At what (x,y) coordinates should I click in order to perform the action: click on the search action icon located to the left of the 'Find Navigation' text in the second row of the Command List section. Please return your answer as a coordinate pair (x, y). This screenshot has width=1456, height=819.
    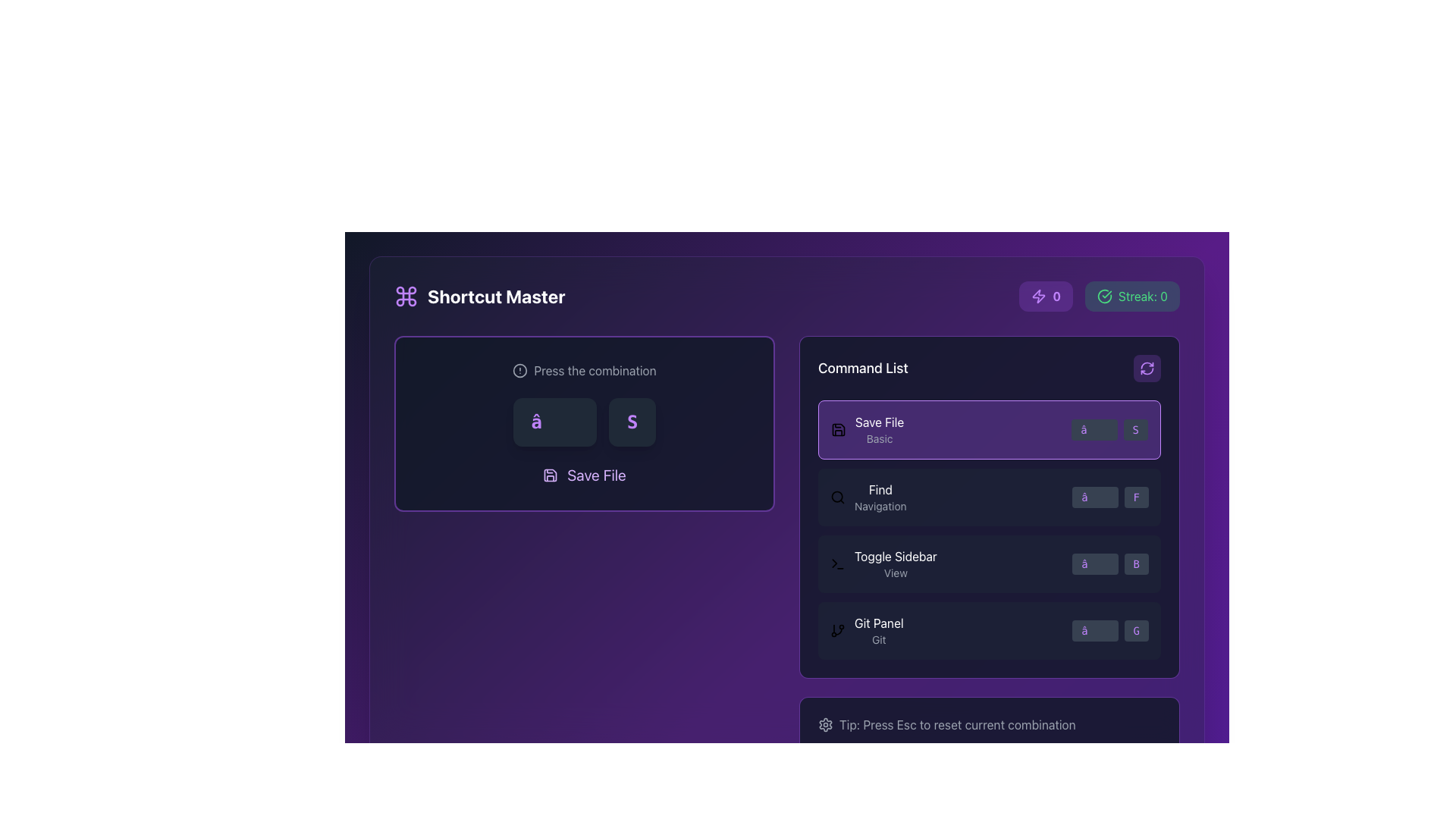
    Looking at the image, I should click on (836, 497).